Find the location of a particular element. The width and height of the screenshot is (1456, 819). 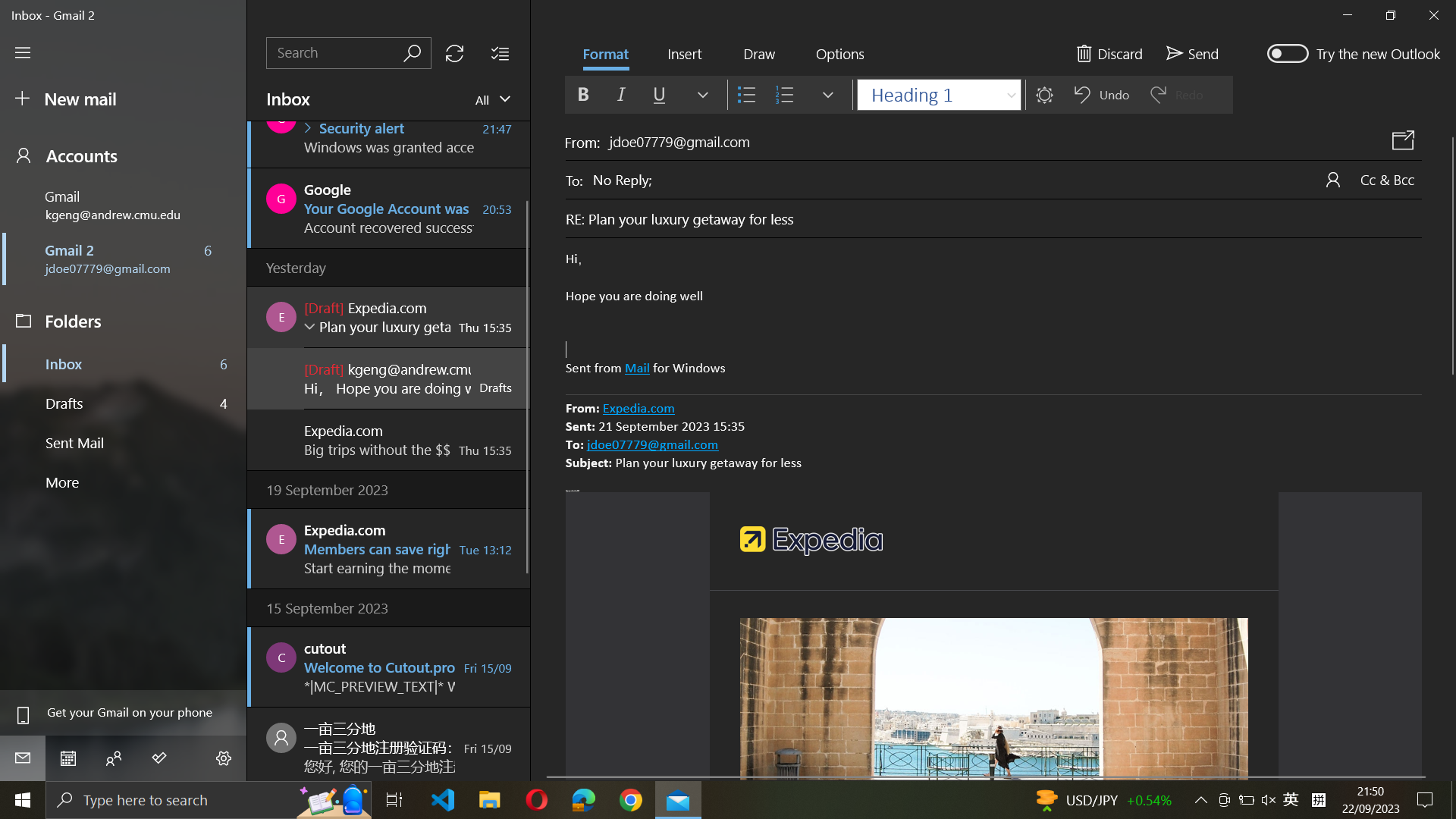

Switch account email to kgeng@andrew.cmu.edu is located at coordinates (126, 203).